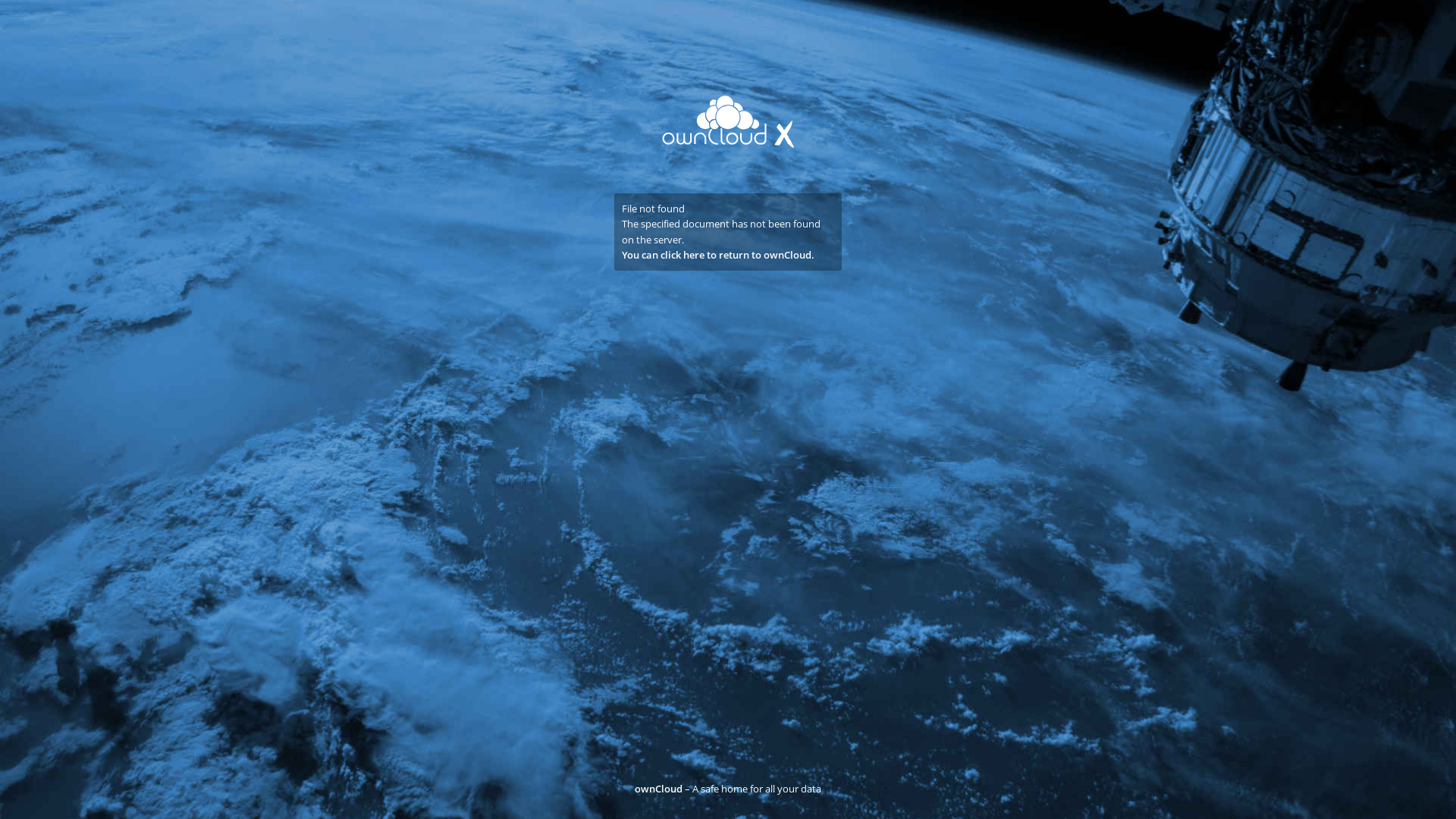 The image size is (1456, 819). I want to click on 'ownCloud', so click(658, 788).